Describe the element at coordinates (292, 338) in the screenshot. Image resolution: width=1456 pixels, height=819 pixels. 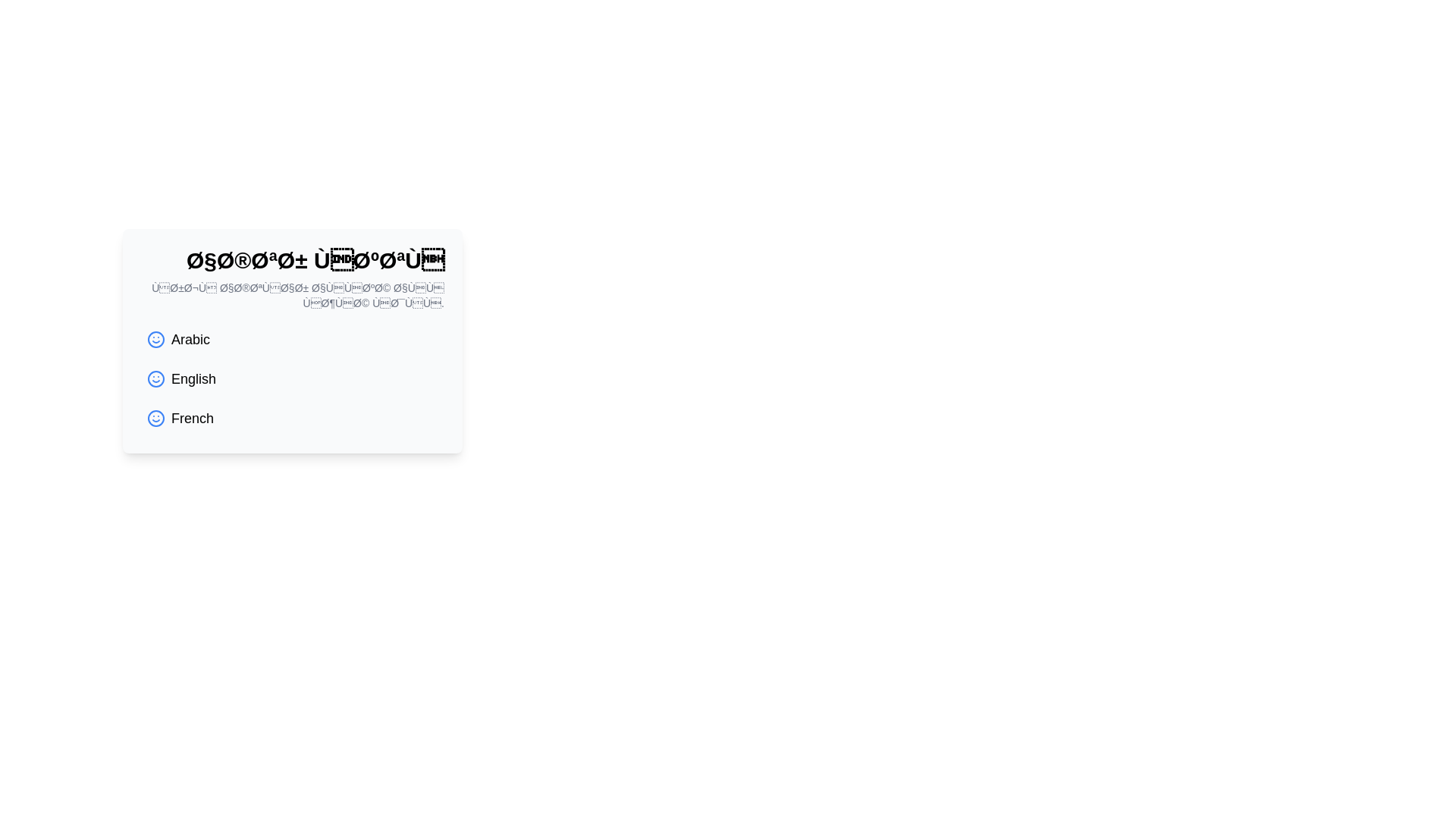
I see `the selectable language option 'Arabic'` at that location.